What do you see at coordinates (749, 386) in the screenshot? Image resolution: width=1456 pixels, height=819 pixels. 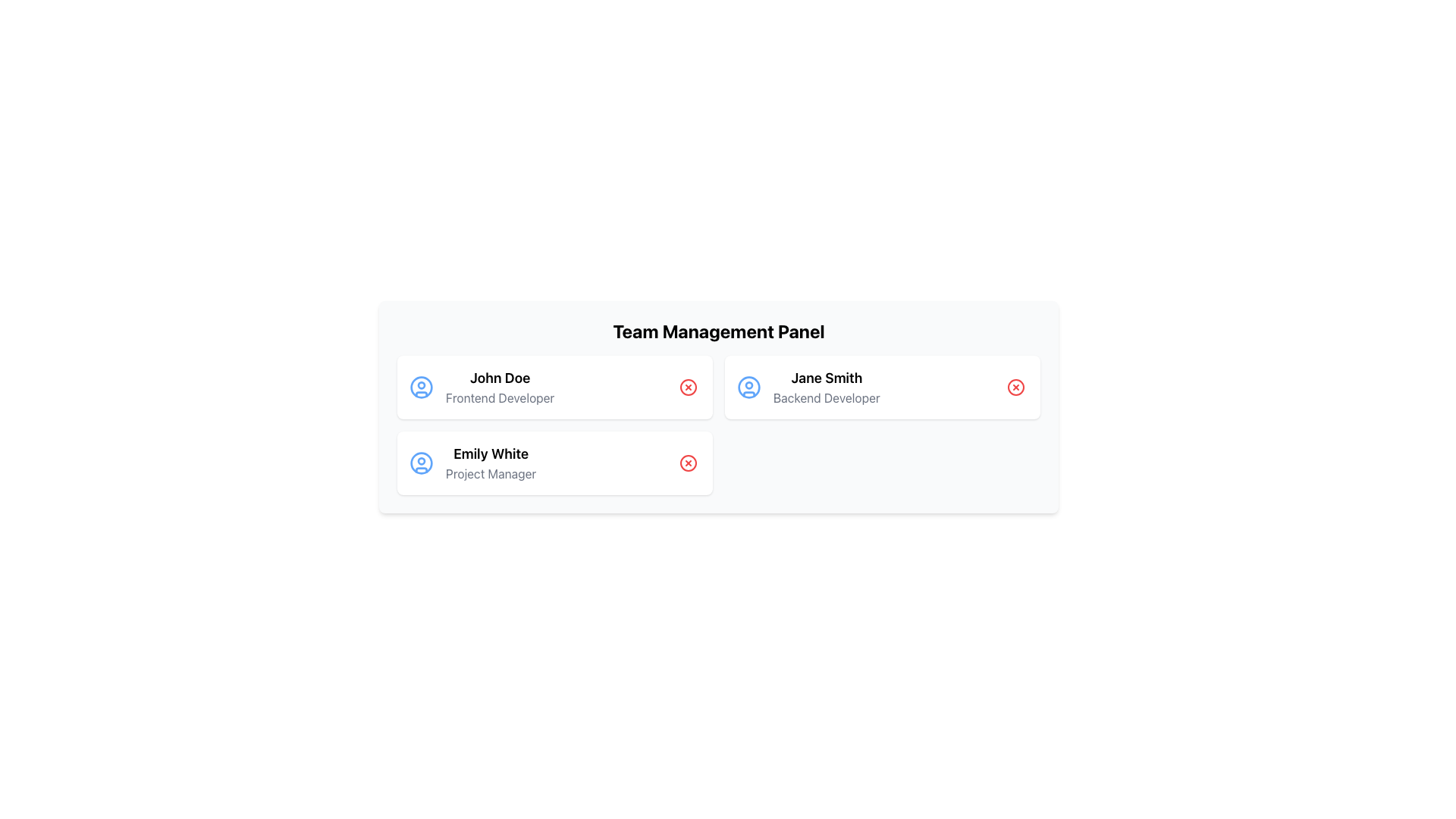 I see `the user avatar icon representing 'Jane Smith' located in the upper-right card of the 'Team Management Panel'` at bounding box center [749, 386].